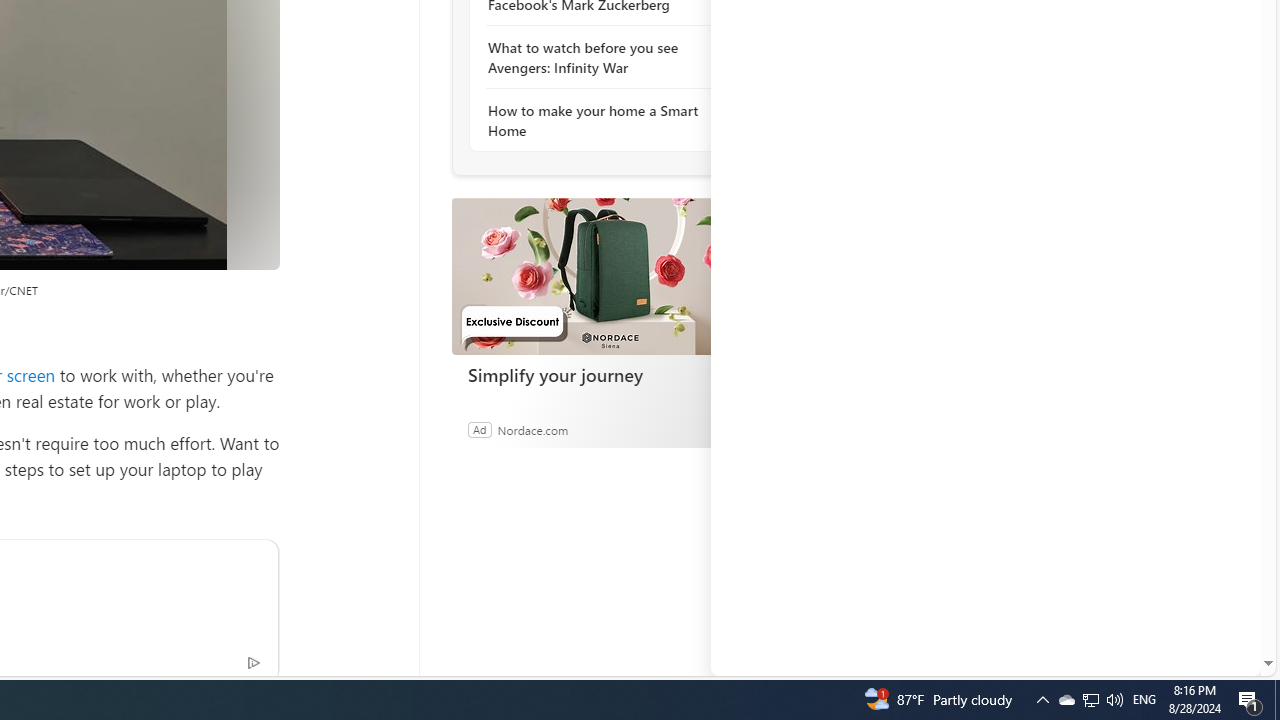 The height and width of the screenshot is (720, 1280). I want to click on 'Simplify your journey', so click(600, 276).